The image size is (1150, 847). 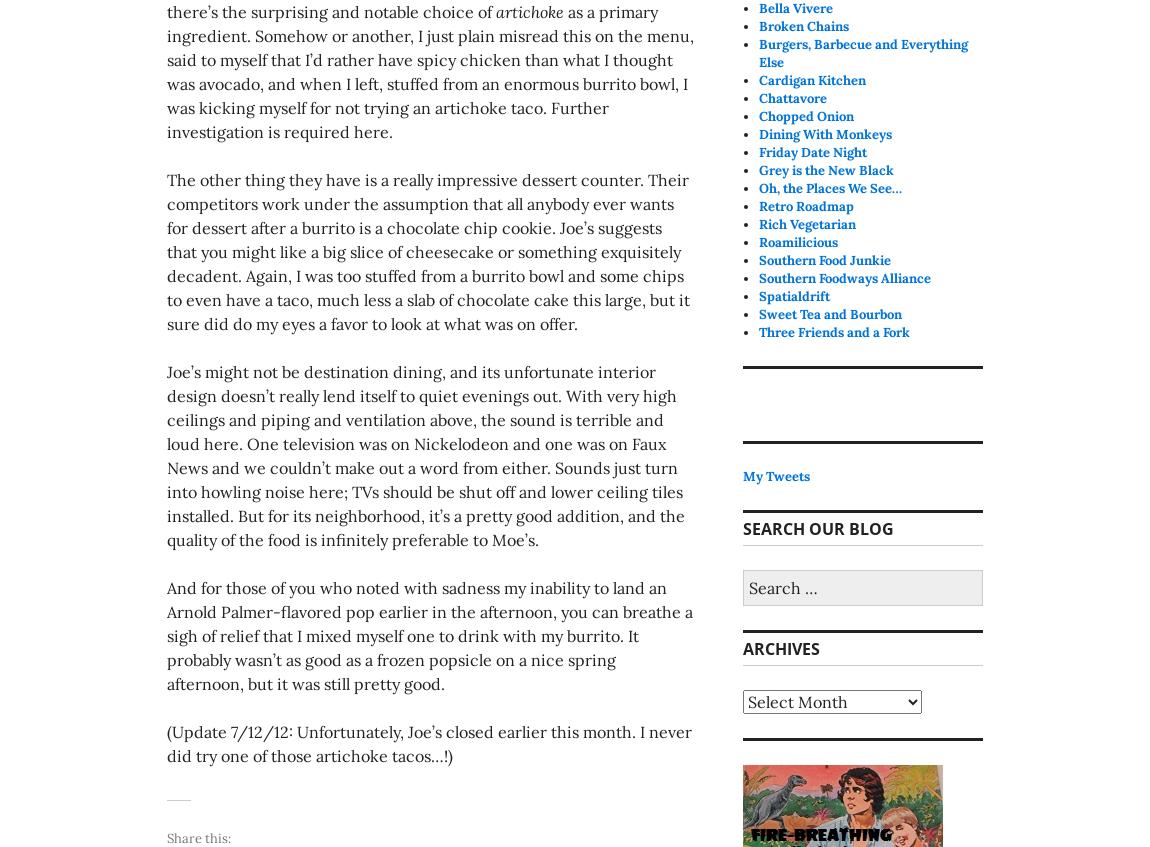 What do you see at coordinates (165, 741) in the screenshot?
I see `'(Update 7/12/12: Unfortunately, Joe’s closed earlier this month.  I never did try one of those artichoke tacos…!)'` at bounding box center [165, 741].